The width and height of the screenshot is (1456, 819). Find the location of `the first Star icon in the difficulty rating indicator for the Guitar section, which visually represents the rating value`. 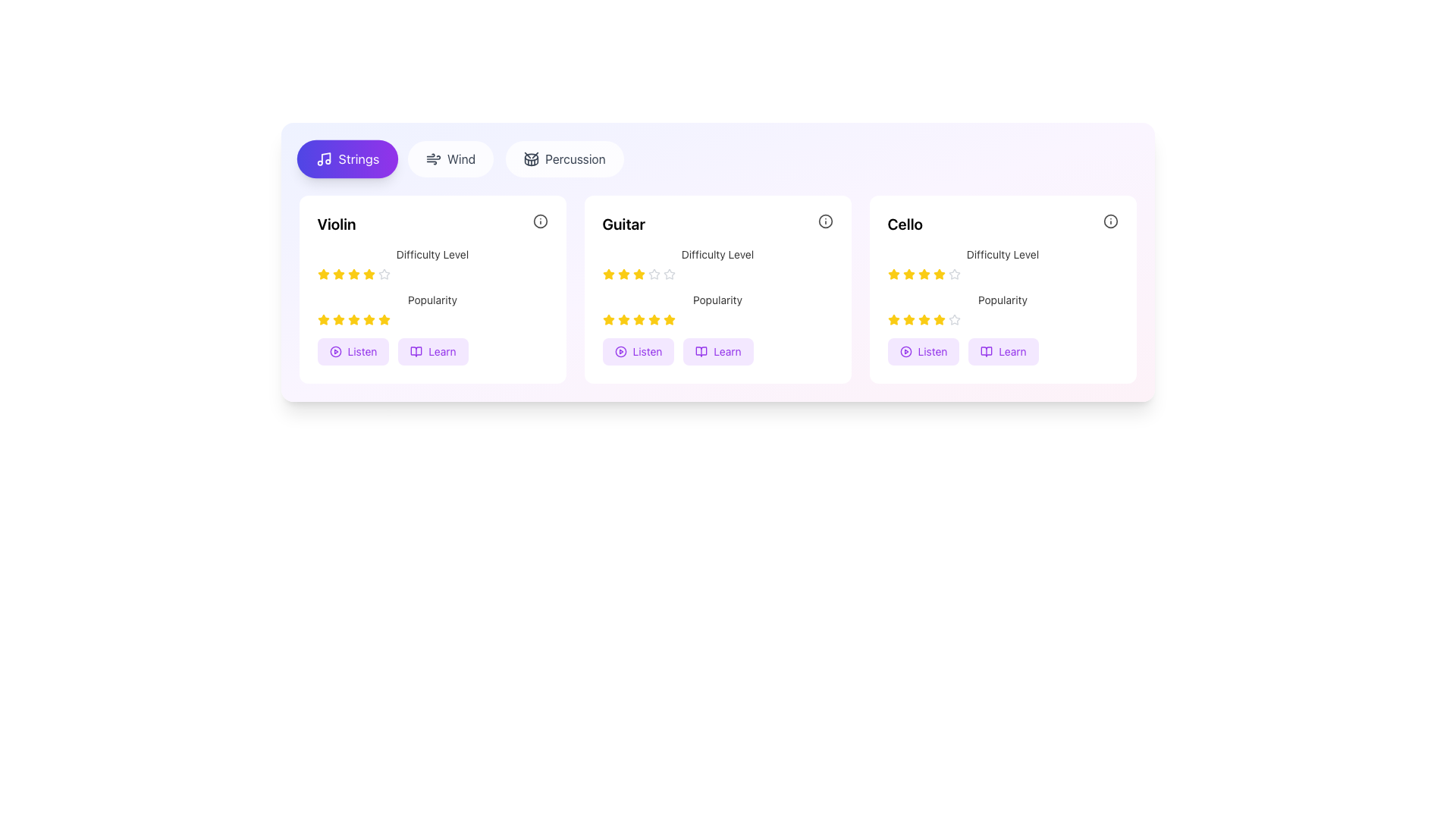

the first Star icon in the difficulty rating indicator for the Guitar section, which visually represents the rating value is located at coordinates (608, 274).